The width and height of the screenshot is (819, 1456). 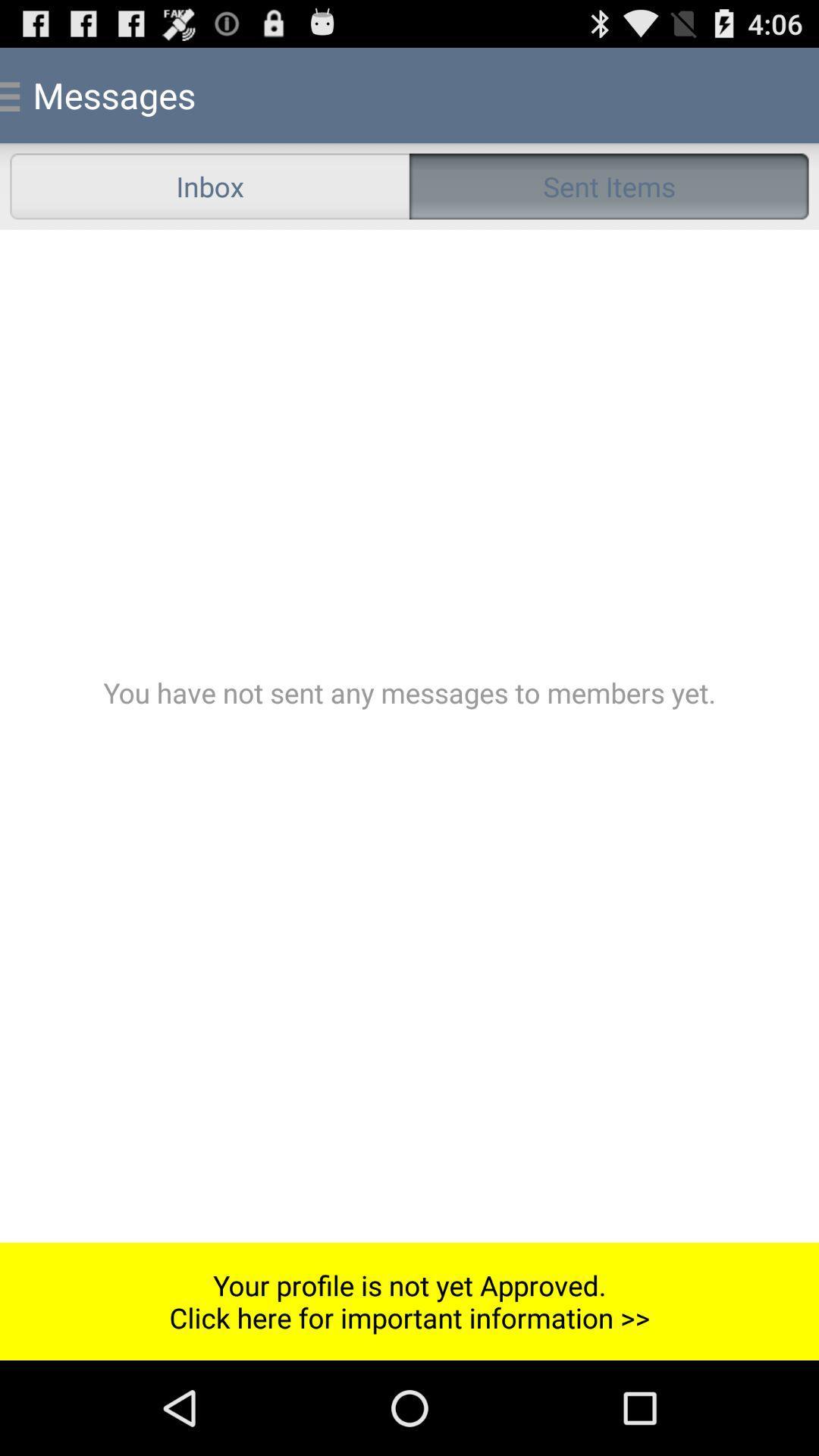 What do you see at coordinates (409, 736) in the screenshot?
I see `the color bar` at bounding box center [409, 736].